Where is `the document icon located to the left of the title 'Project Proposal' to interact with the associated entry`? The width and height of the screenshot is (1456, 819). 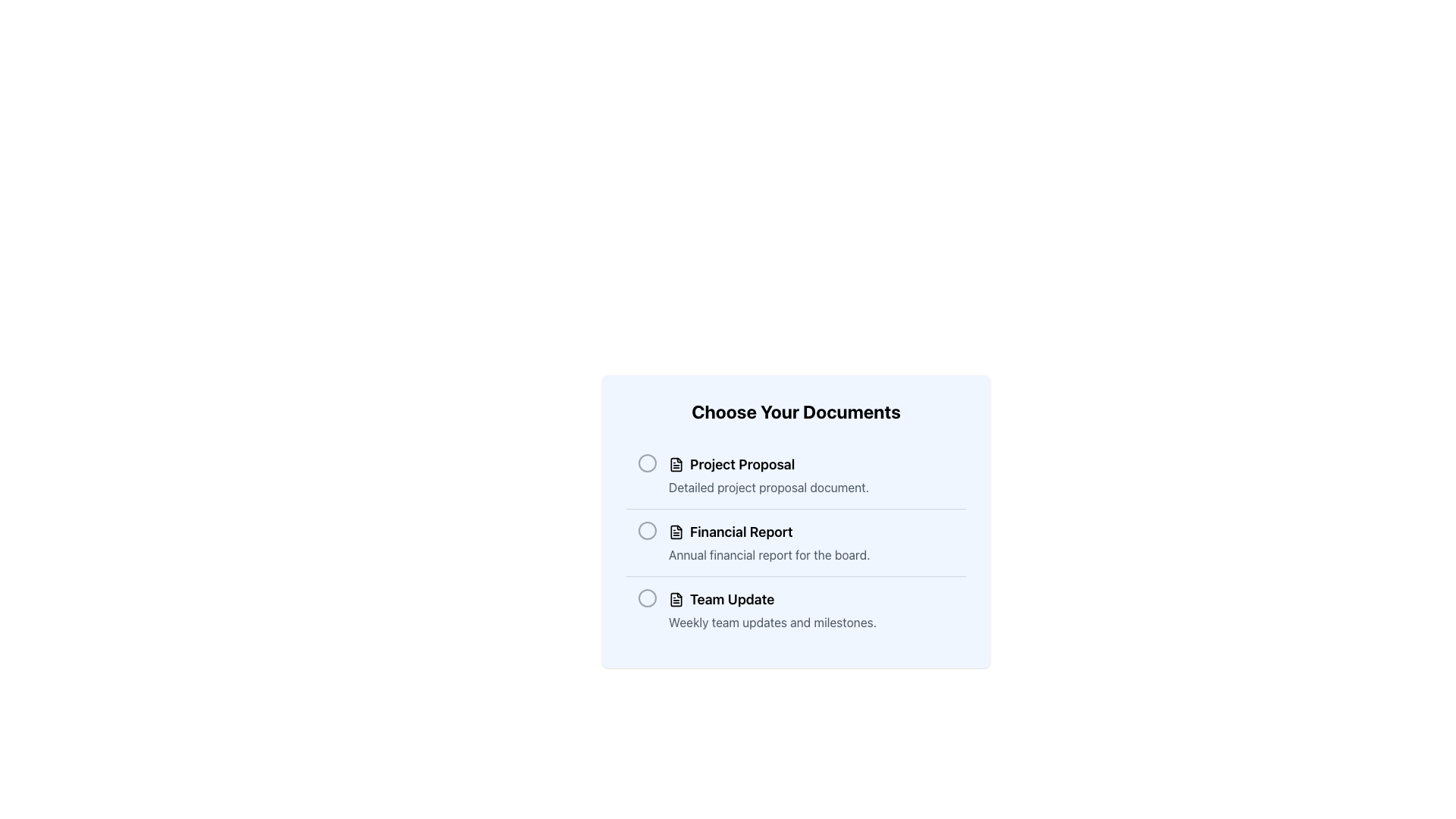 the document icon located to the left of the title 'Project Proposal' to interact with the associated entry is located at coordinates (676, 464).